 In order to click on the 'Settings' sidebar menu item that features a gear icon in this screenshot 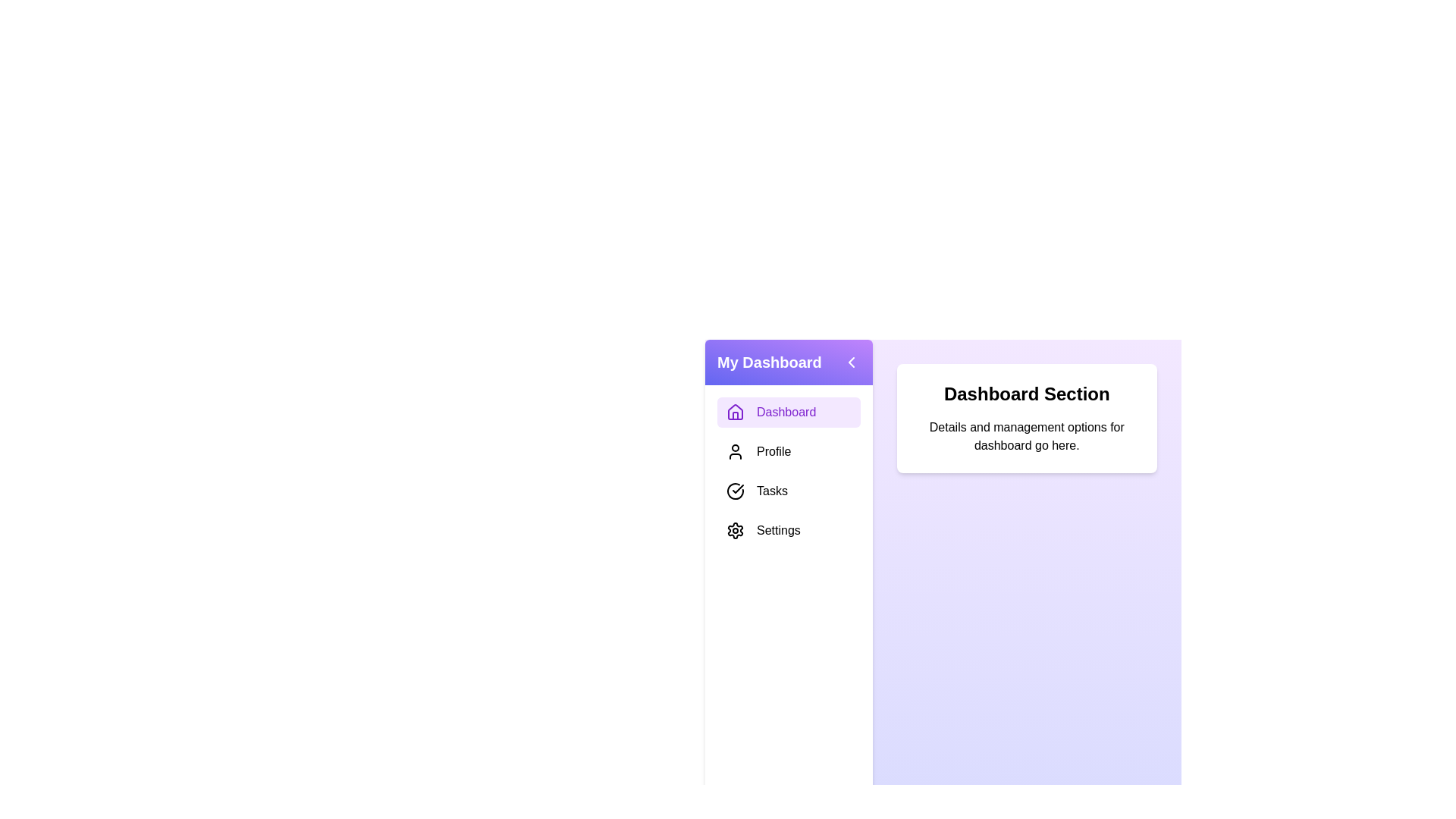, I will do `click(778, 529)`.